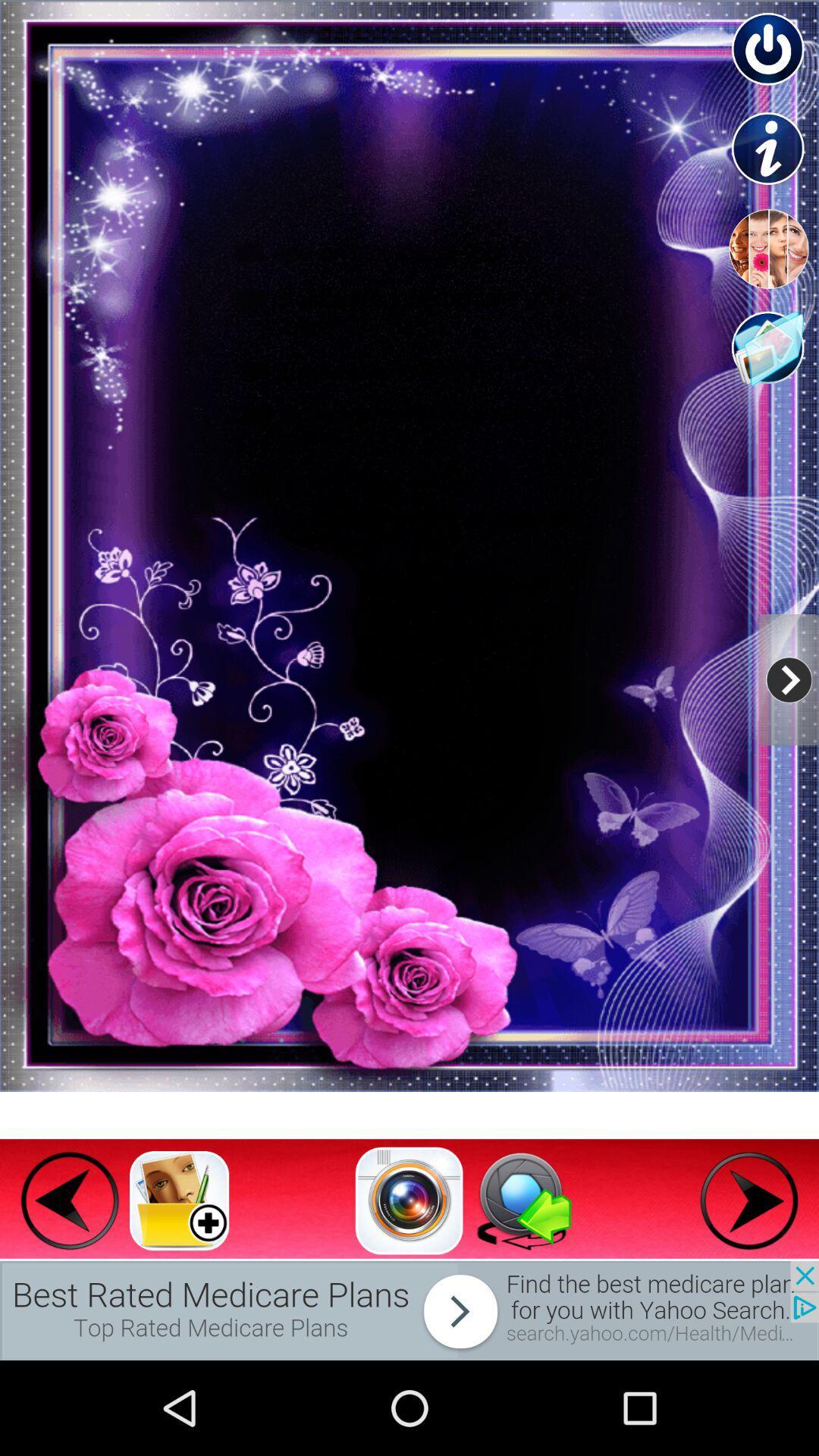 Image resolution: width=819 pixels, height=1456 pixels. Describe the element at coordinates (769, 249) in the screenshot. I see `image below information button` at that location.